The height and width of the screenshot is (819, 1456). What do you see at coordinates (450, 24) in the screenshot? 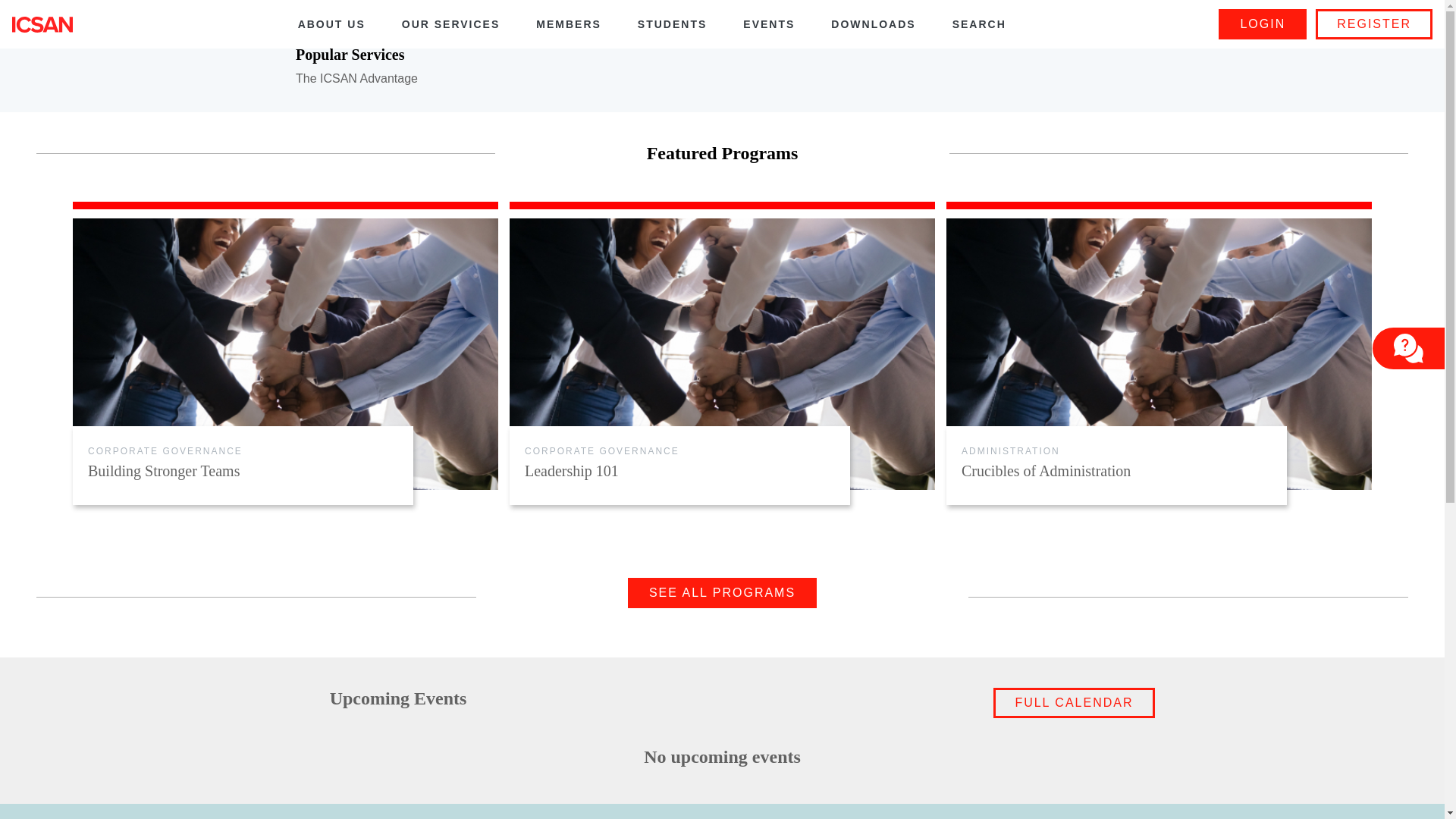
I see `'OUR SERVICES'` at bounding box center [450, 24].